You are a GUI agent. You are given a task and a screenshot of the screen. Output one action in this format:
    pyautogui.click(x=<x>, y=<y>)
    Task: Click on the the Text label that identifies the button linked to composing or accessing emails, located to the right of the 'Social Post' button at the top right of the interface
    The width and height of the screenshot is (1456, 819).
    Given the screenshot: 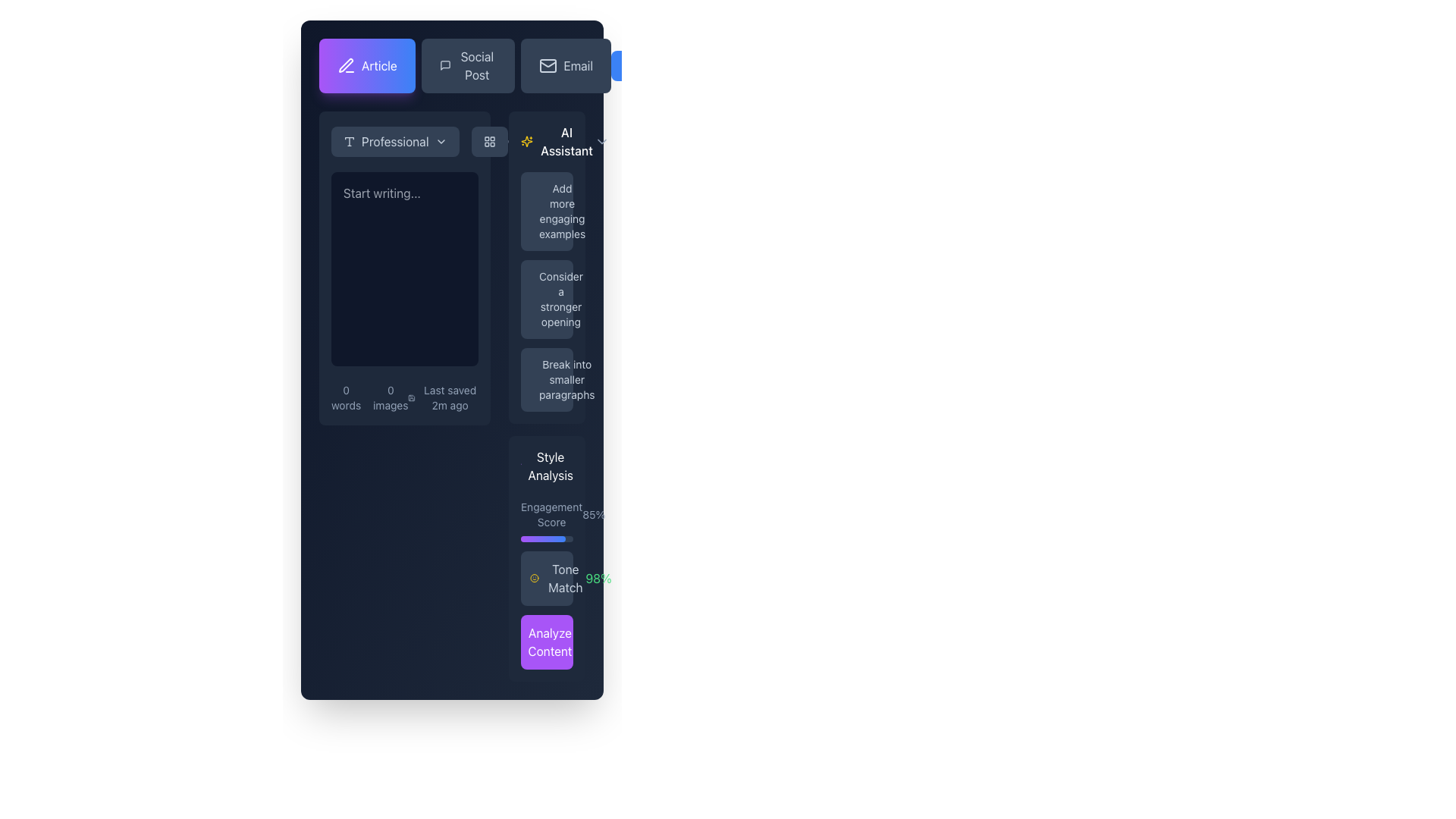 What is the action you would take?
    pyautogui.click(x=577, y=65)
    